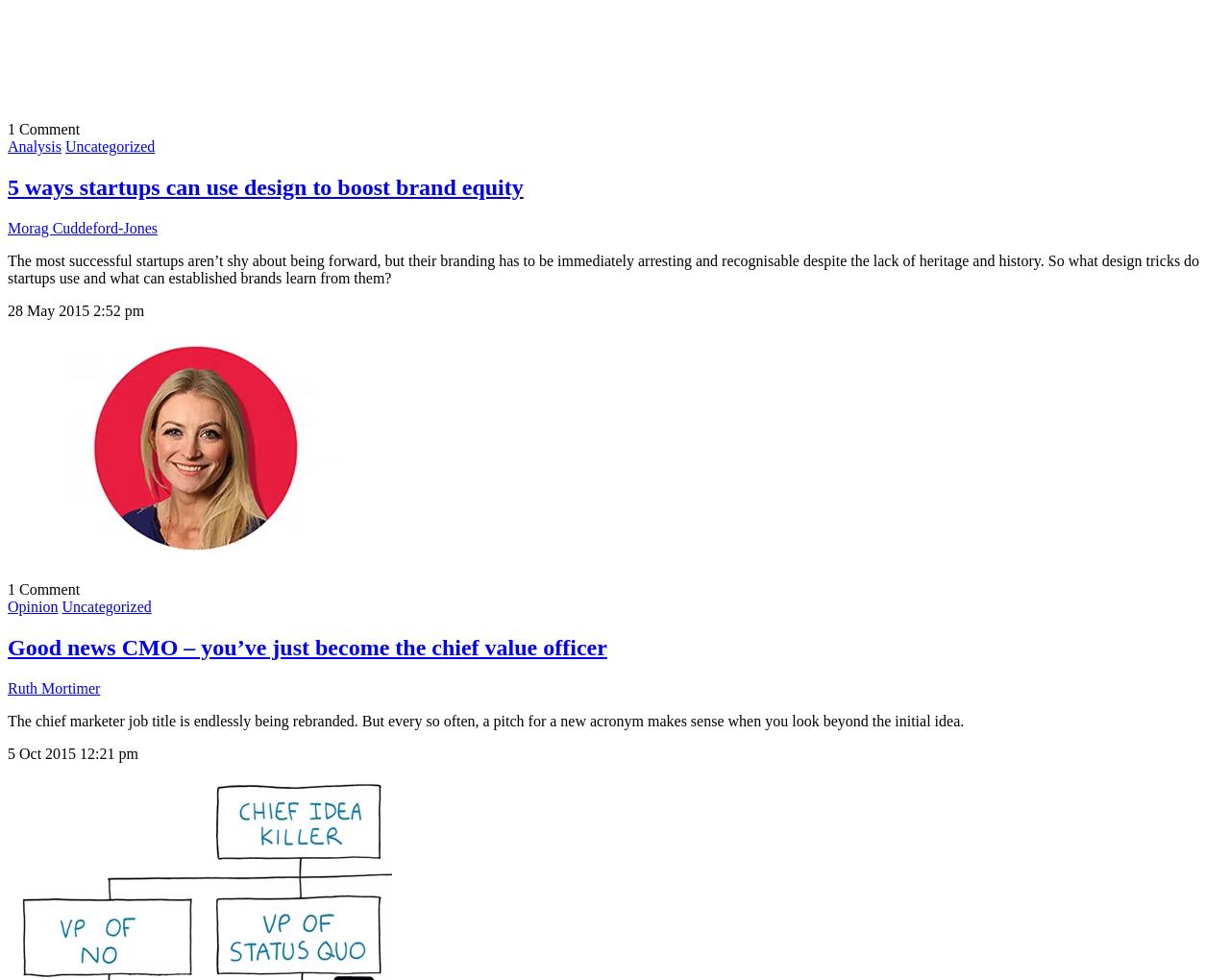 Image resolution: width=1230 pixels, height=980 pixels. What do you see at coordinates (54, 687) in the screenshot?
I see `'Ruth Mortimer'` at bounding box center [54, 687].